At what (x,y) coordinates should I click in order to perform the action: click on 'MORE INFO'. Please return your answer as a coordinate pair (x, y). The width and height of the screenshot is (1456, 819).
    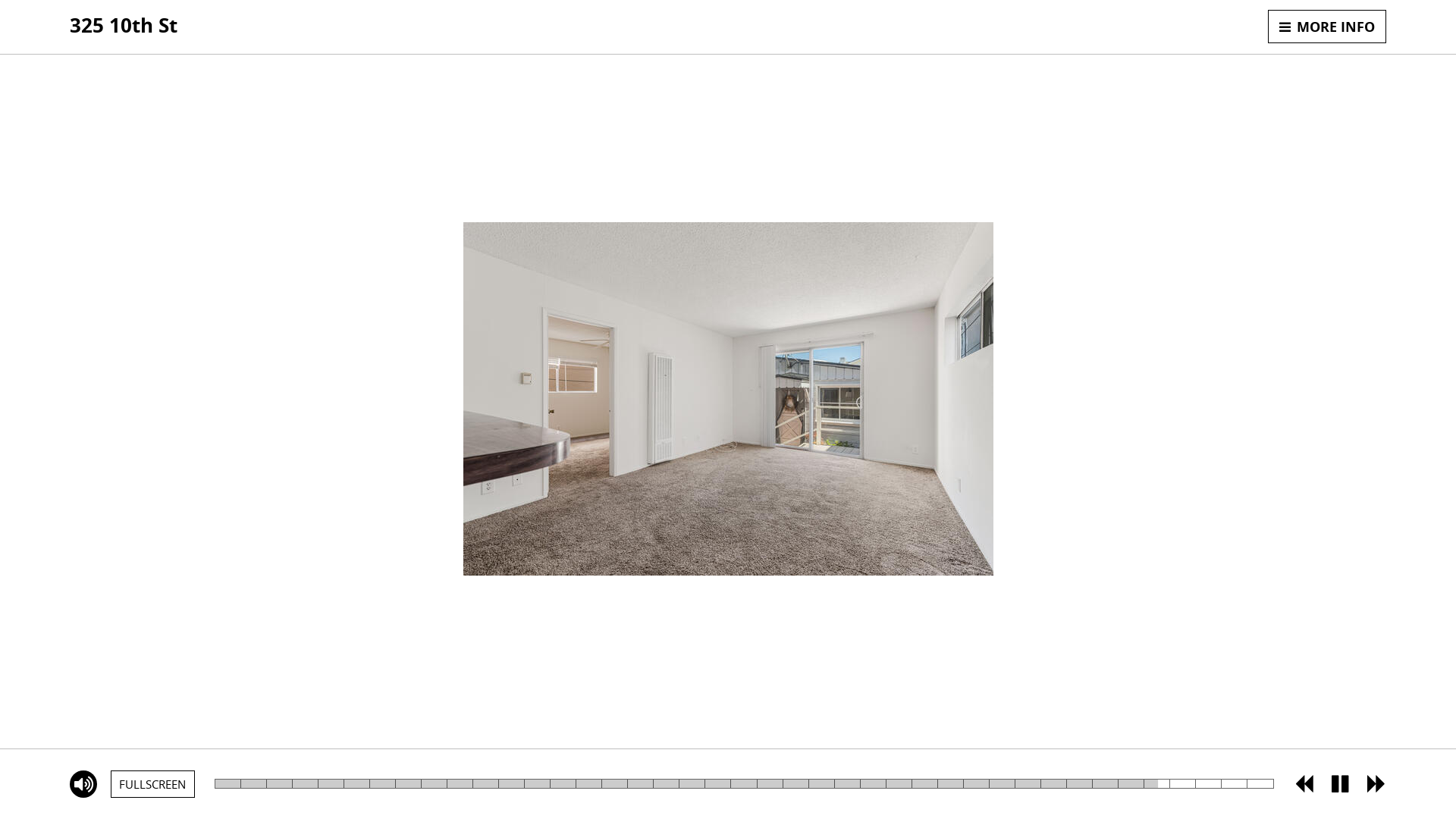
    Looking at the image, I should click on (1326, 26).